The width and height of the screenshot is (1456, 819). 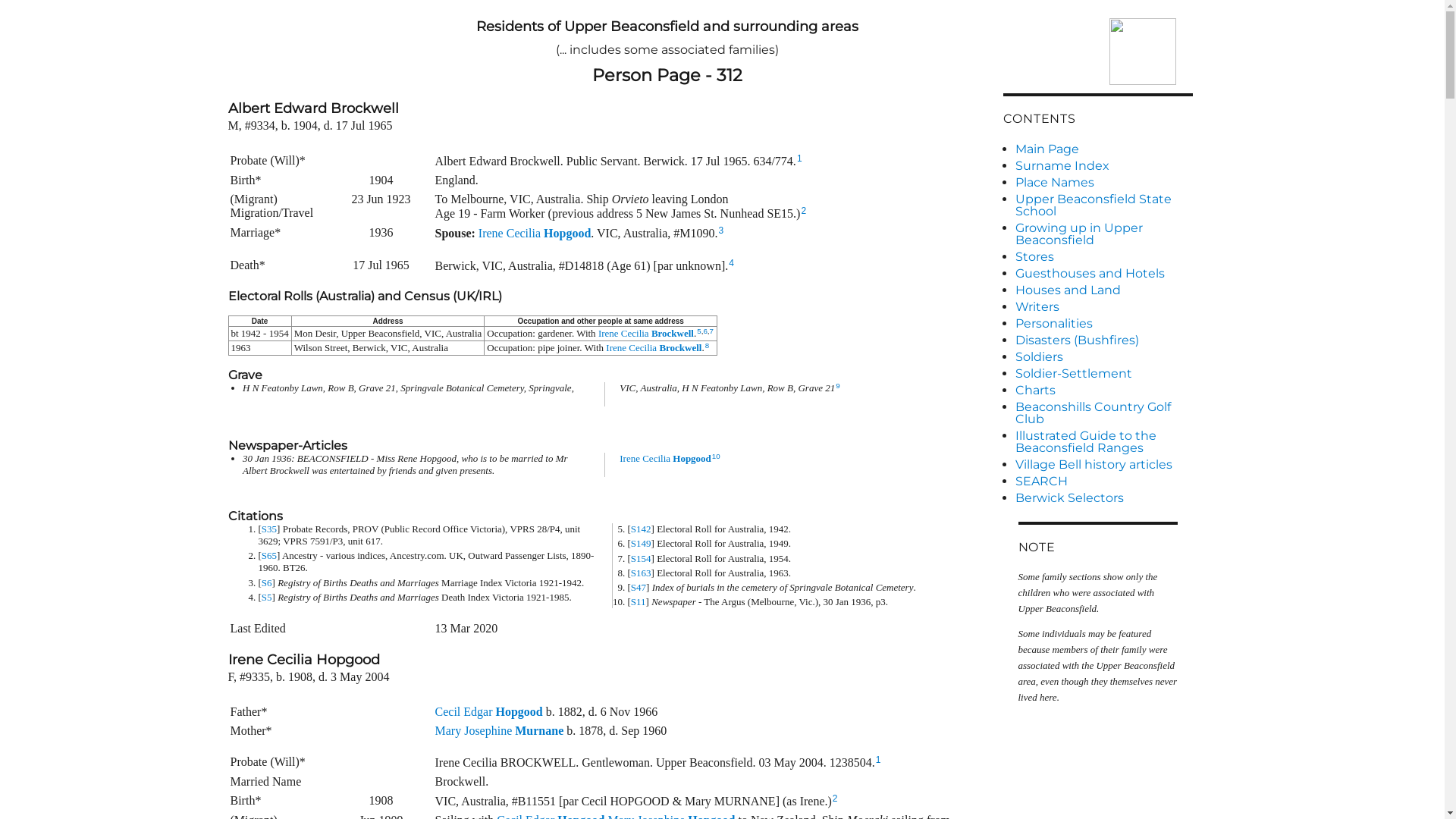 I want to click on 'Village Bell history articles', so click(x=1103, y=464).